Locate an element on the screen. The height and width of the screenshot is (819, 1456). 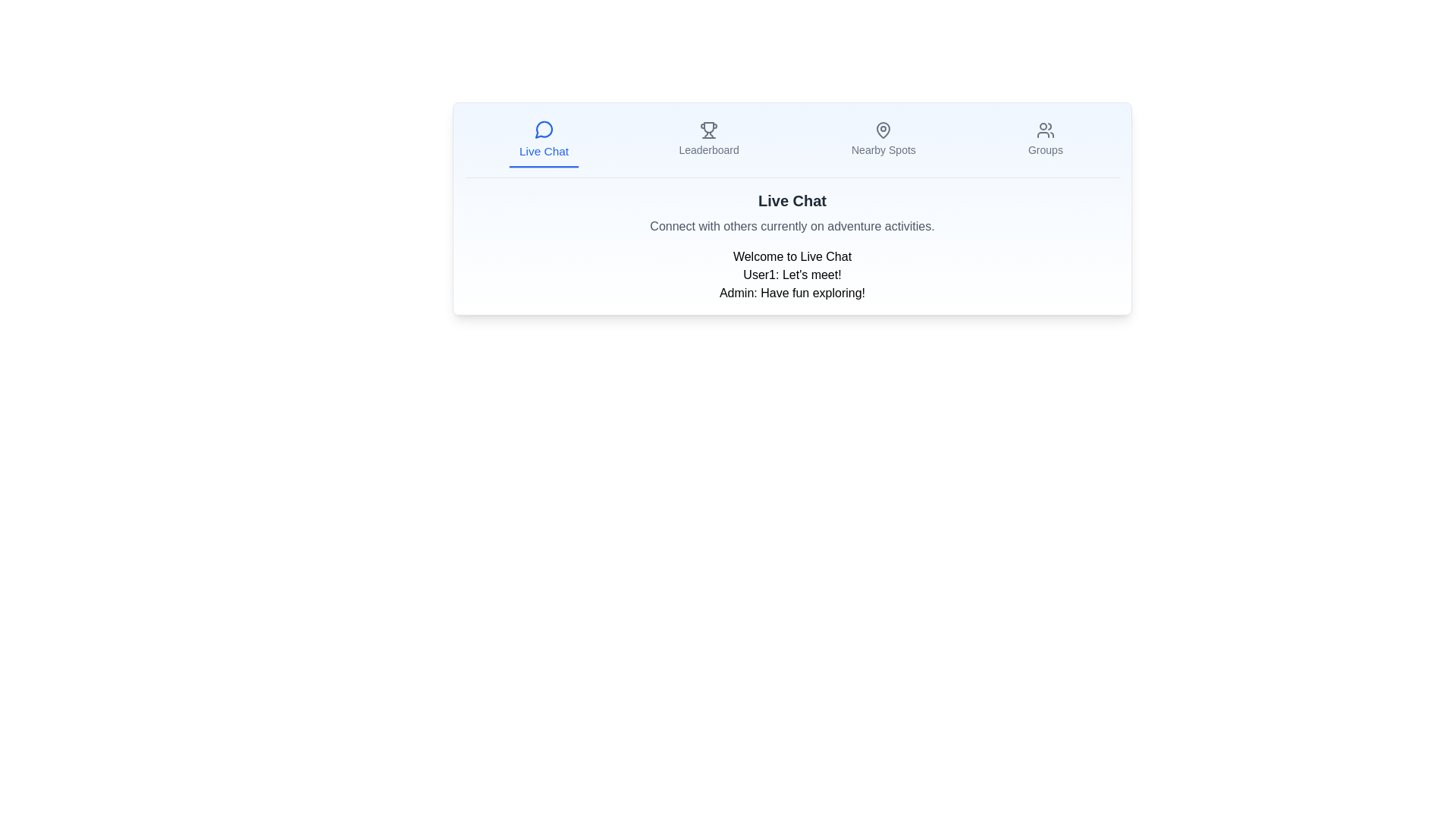
keyboard navigation is located at coordinates (544, 140).